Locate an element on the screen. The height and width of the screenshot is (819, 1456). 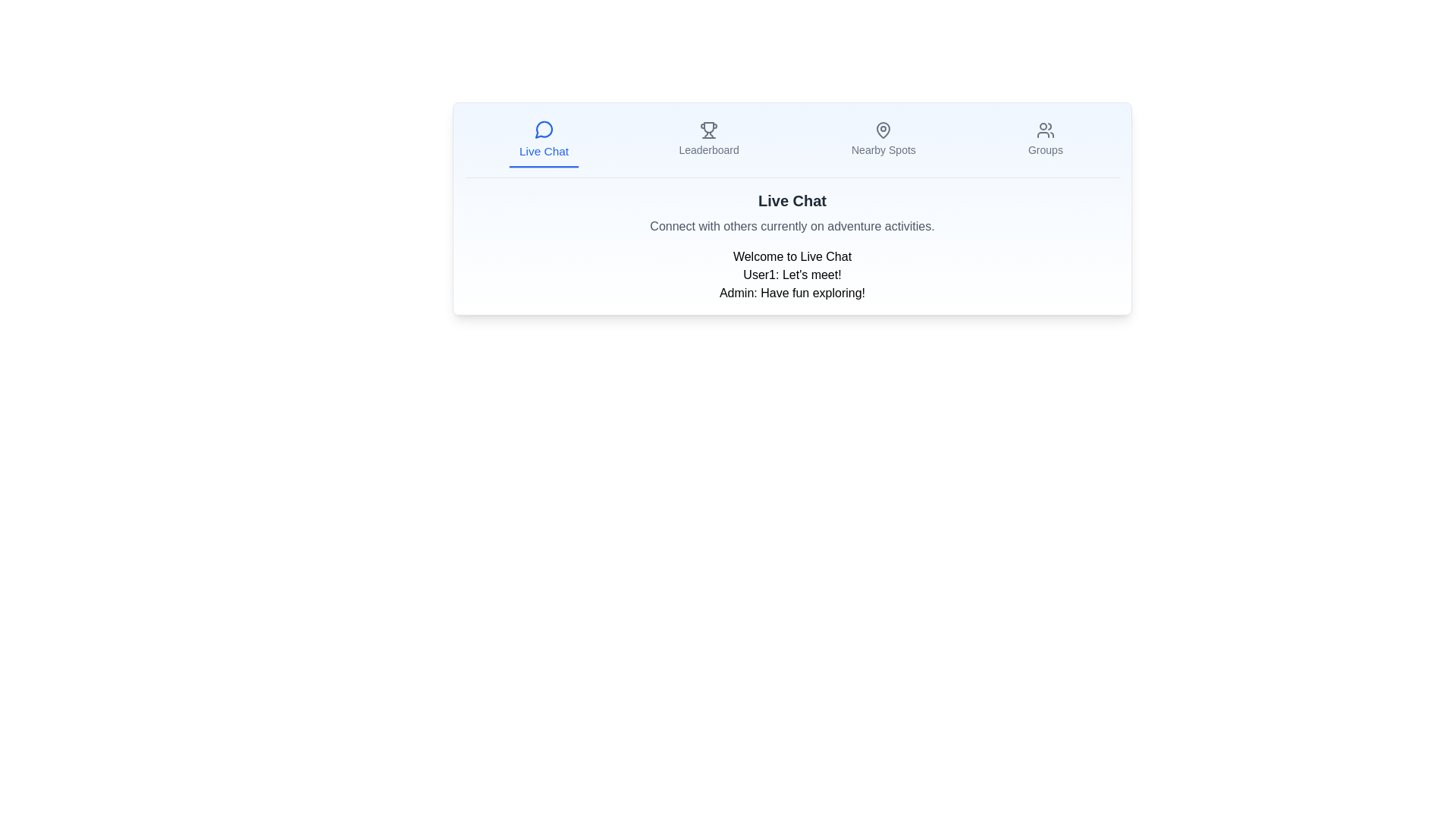
keyboard navigation is located at coordinates (544, 140).